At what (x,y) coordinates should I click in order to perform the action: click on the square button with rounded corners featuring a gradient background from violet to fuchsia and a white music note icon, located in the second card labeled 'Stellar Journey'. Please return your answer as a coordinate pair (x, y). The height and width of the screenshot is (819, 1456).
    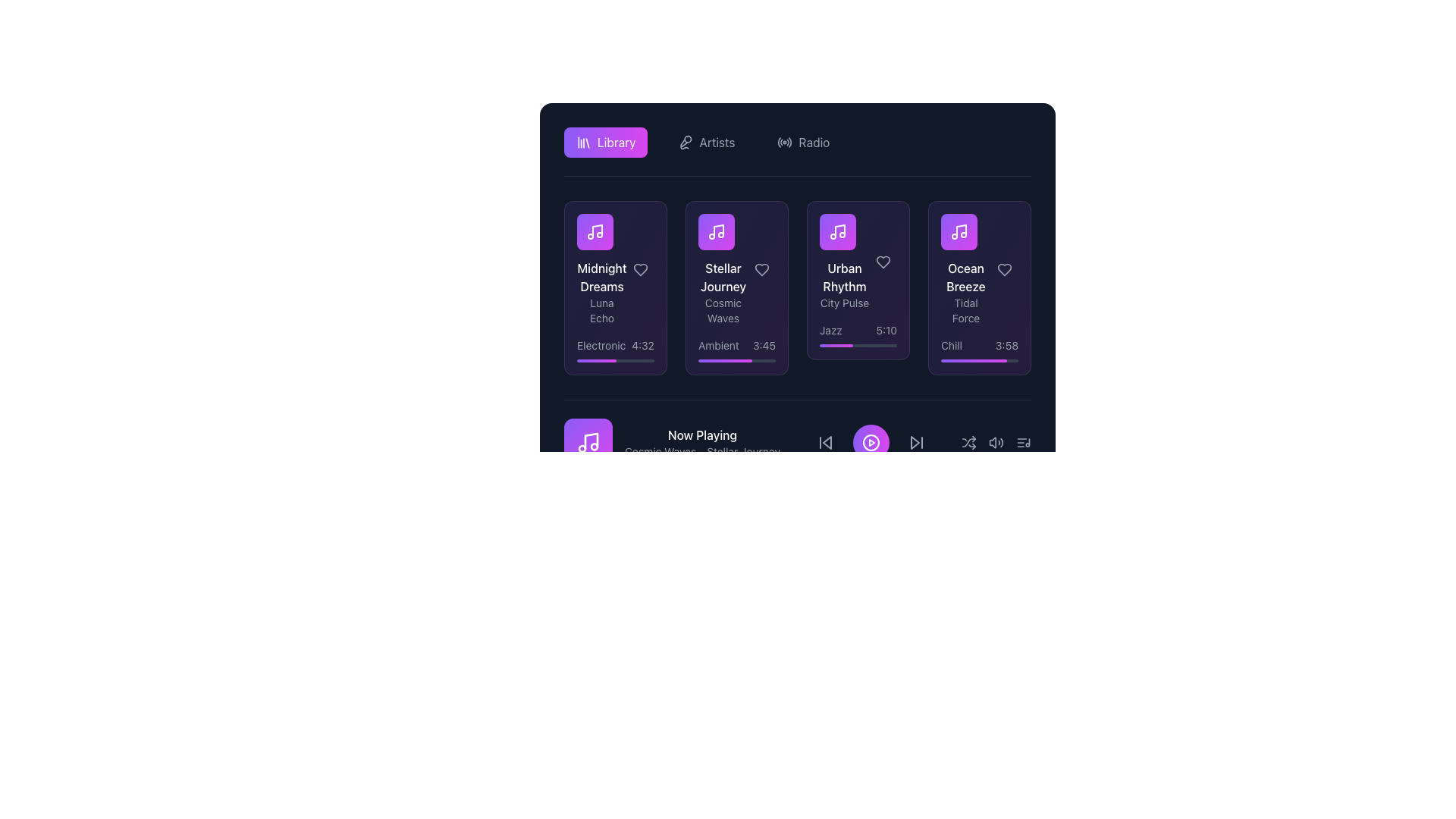
    Looking at the image, I should click on (716, 231).